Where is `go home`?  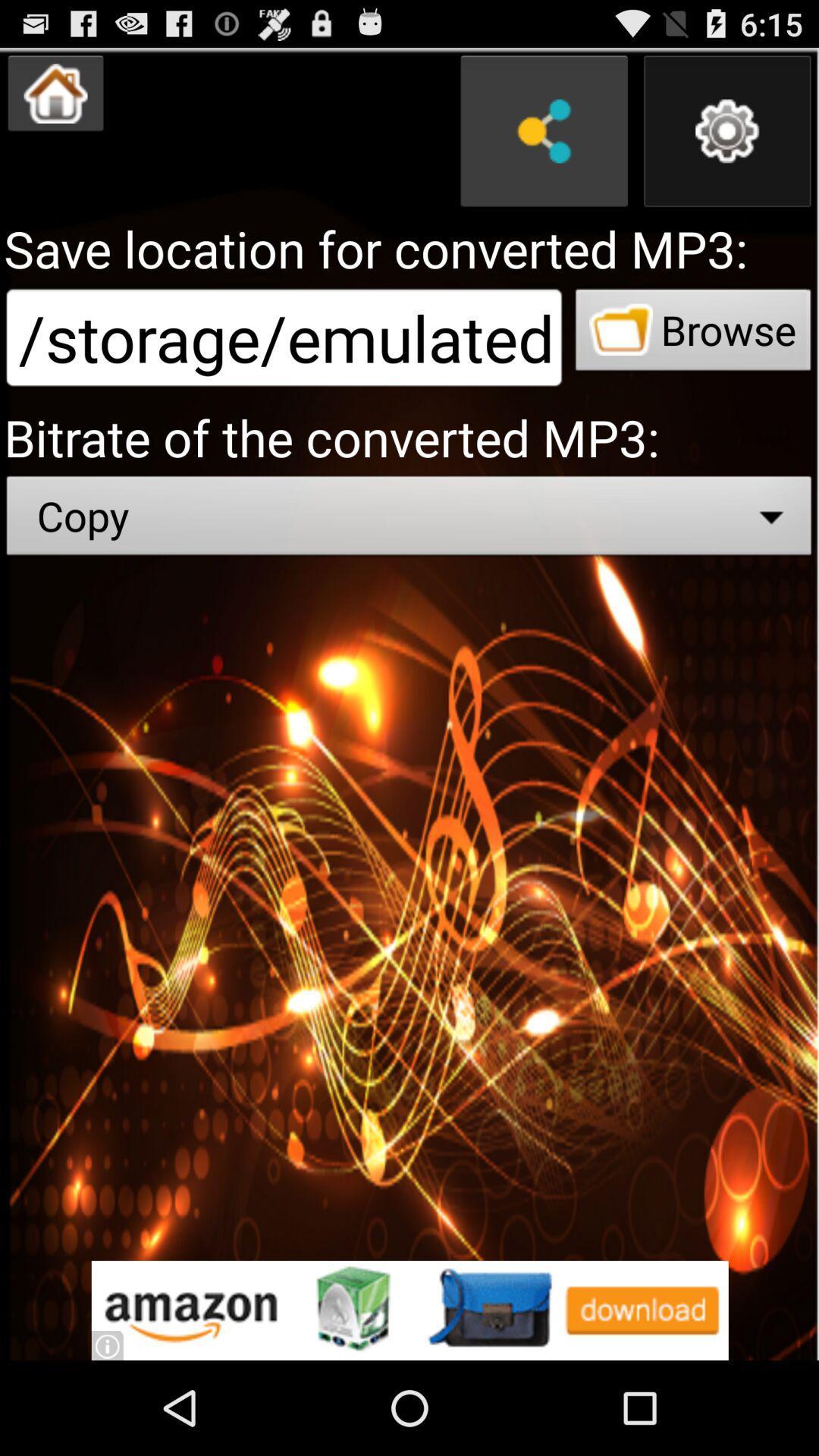
go home is located at coordinates (55, 93).